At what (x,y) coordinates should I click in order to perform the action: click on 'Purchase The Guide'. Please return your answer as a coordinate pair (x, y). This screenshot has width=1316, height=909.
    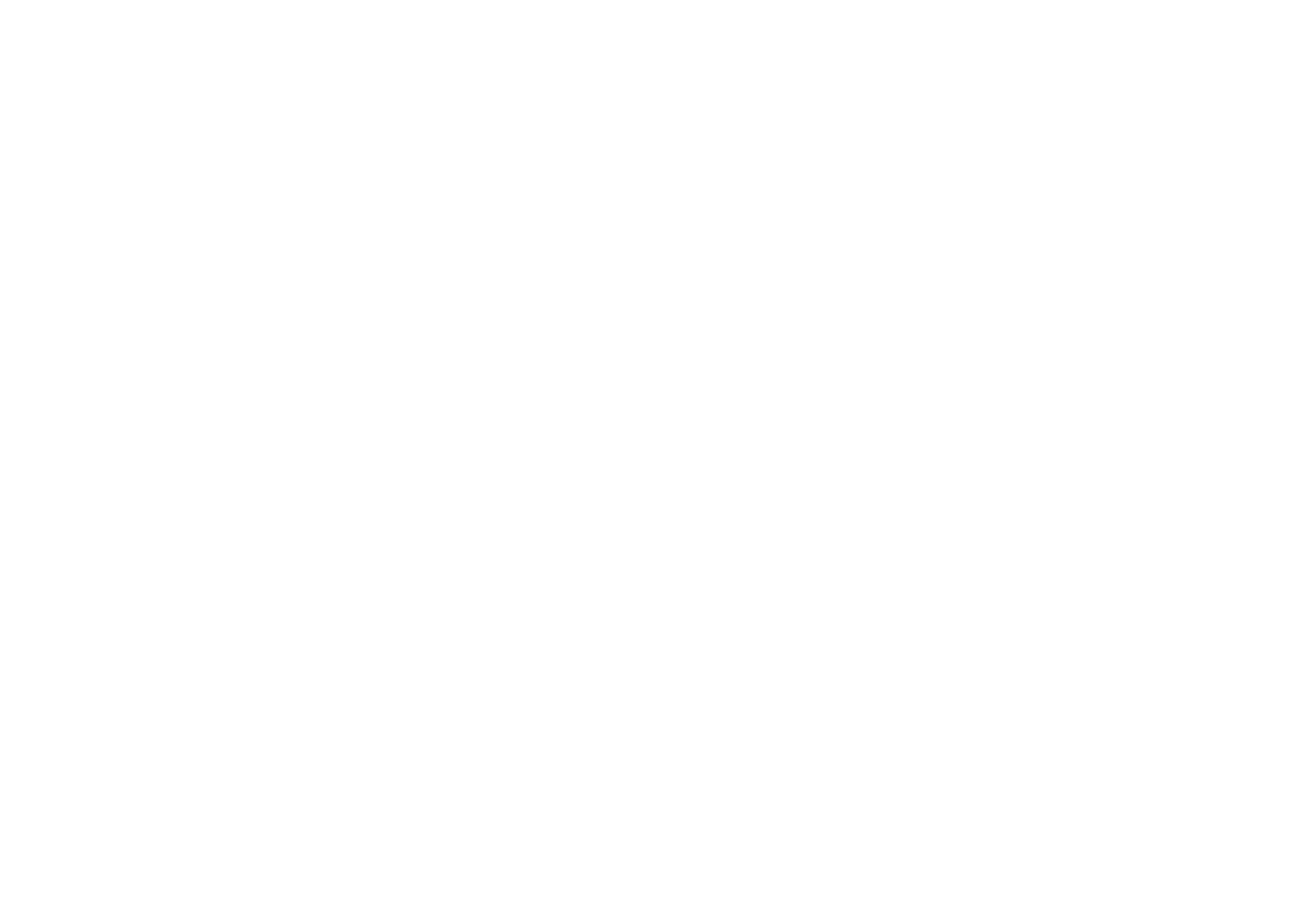
    Looking at the image, I should click on (1063, 672).